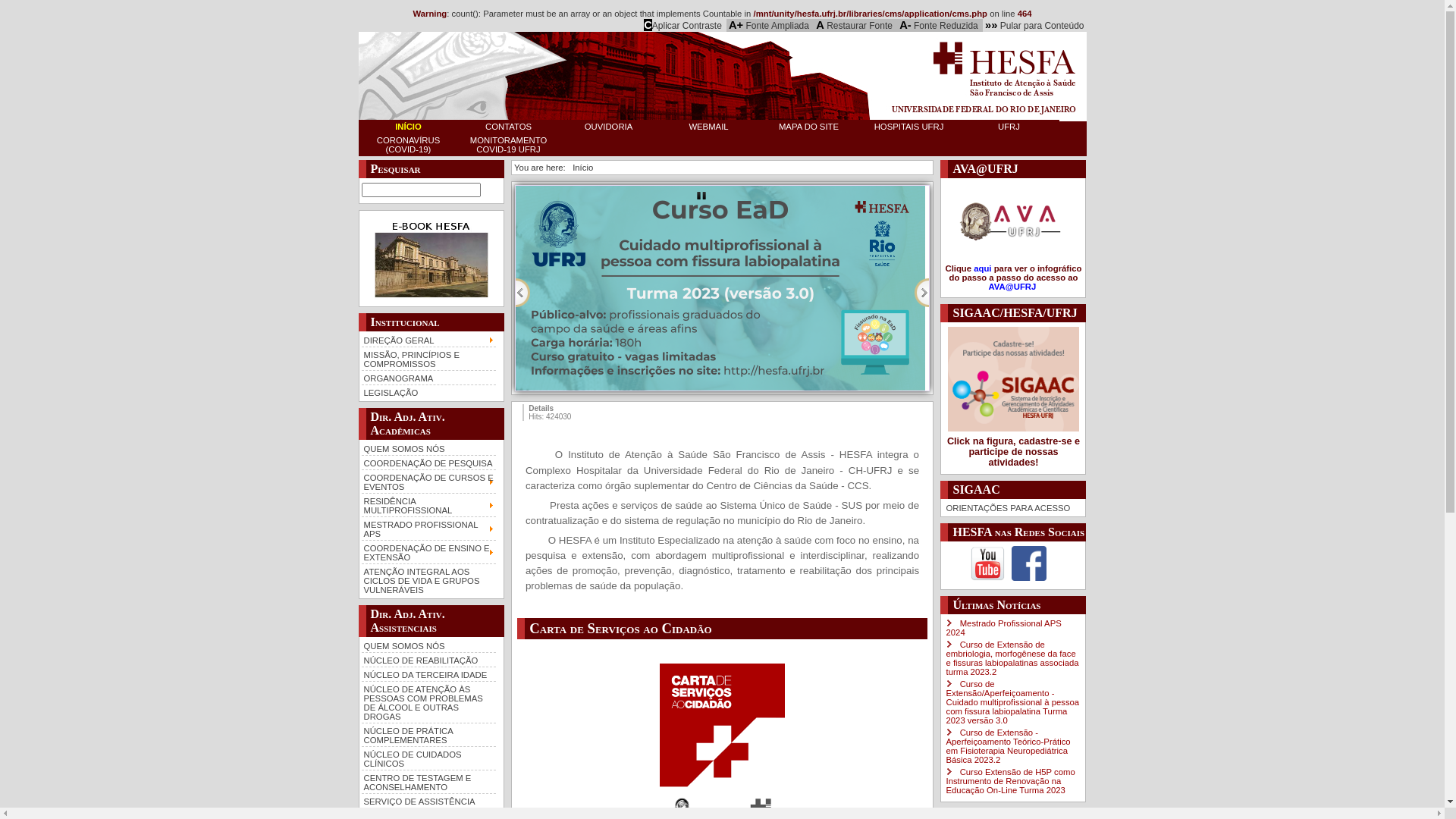 Image resolution: width=1456 pixels, height=819 pixels. What do you see at coordinates (428, 376) in the screenshot?
I see `'ORGANOGRAMA'` at bounding box center [428, 376].